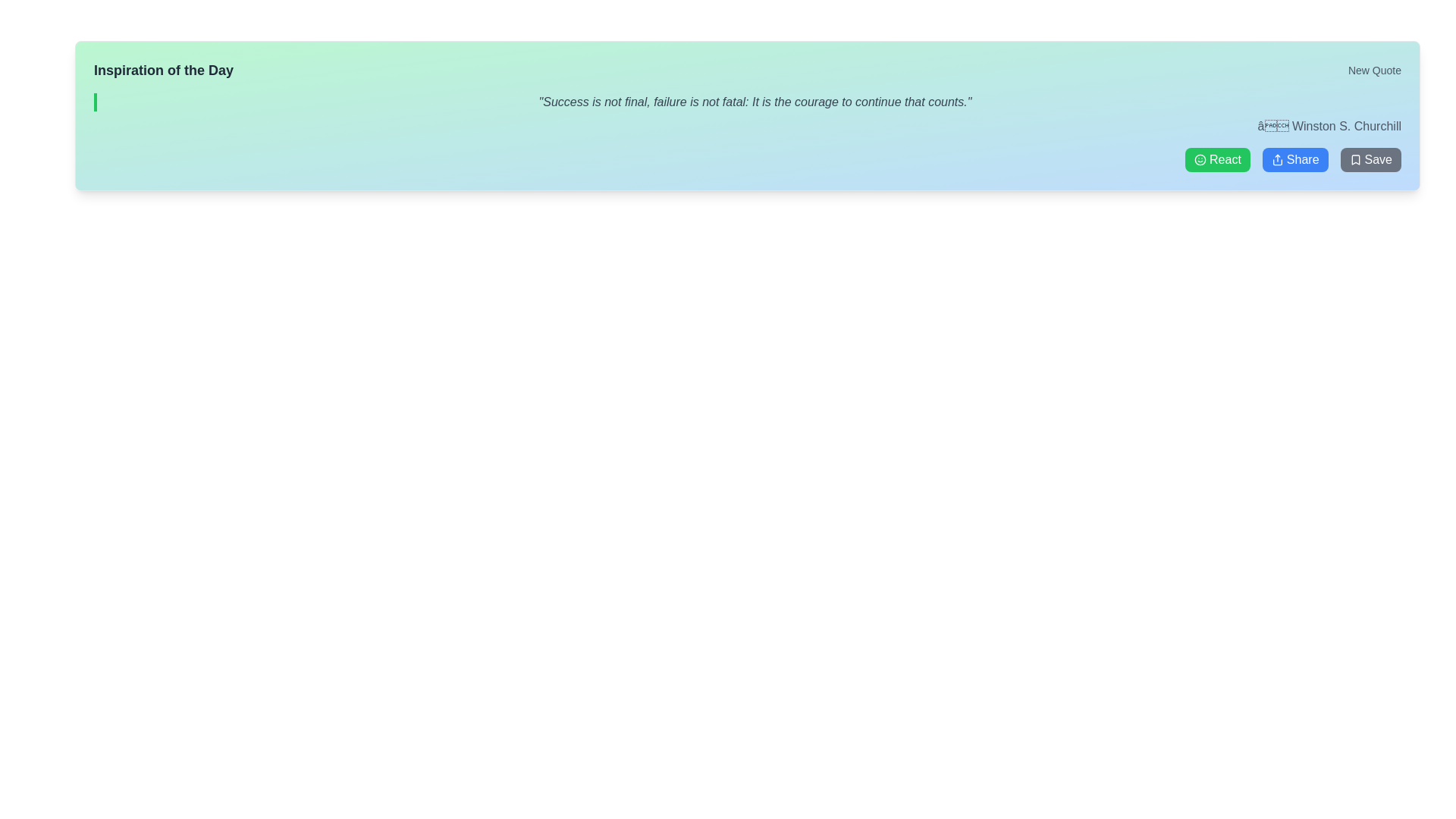  What do you see at coordinates (1225, 160) in the screenshot?
I see `the text label inside the button located on the right side of the header section, which indicates the button's purpose related to the React framework` at bounding box center [1225, 160].